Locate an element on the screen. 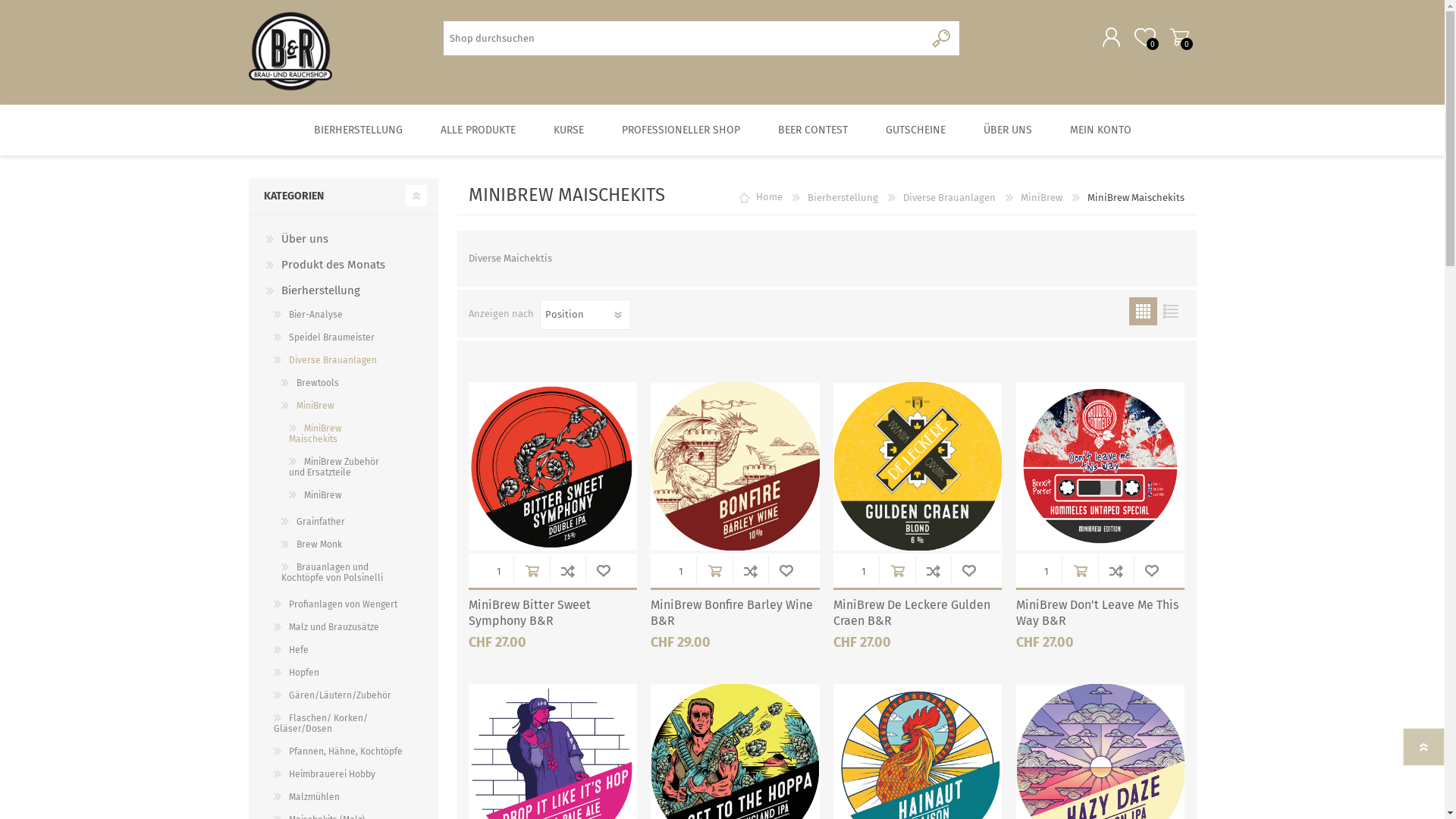 The image size is (1456, 819). 'MiniBrew De Leckere Gulden Craen B&R' is located at coordinates (916, 613).